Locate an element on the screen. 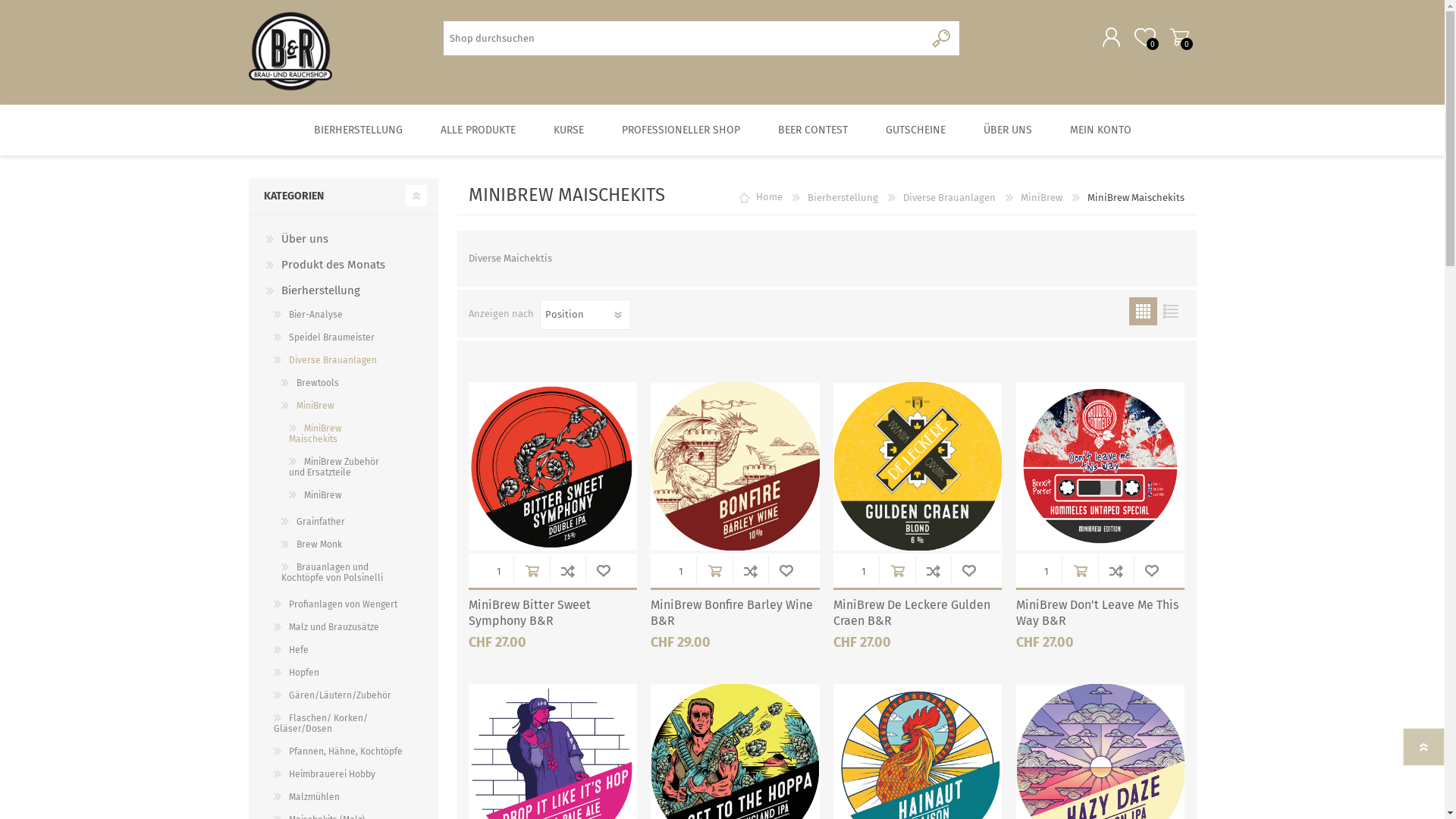 The image size is (1456, 819). 'MiniBrew De Leckere Gulden Craen B&R' is located at coordinates (916, 613).